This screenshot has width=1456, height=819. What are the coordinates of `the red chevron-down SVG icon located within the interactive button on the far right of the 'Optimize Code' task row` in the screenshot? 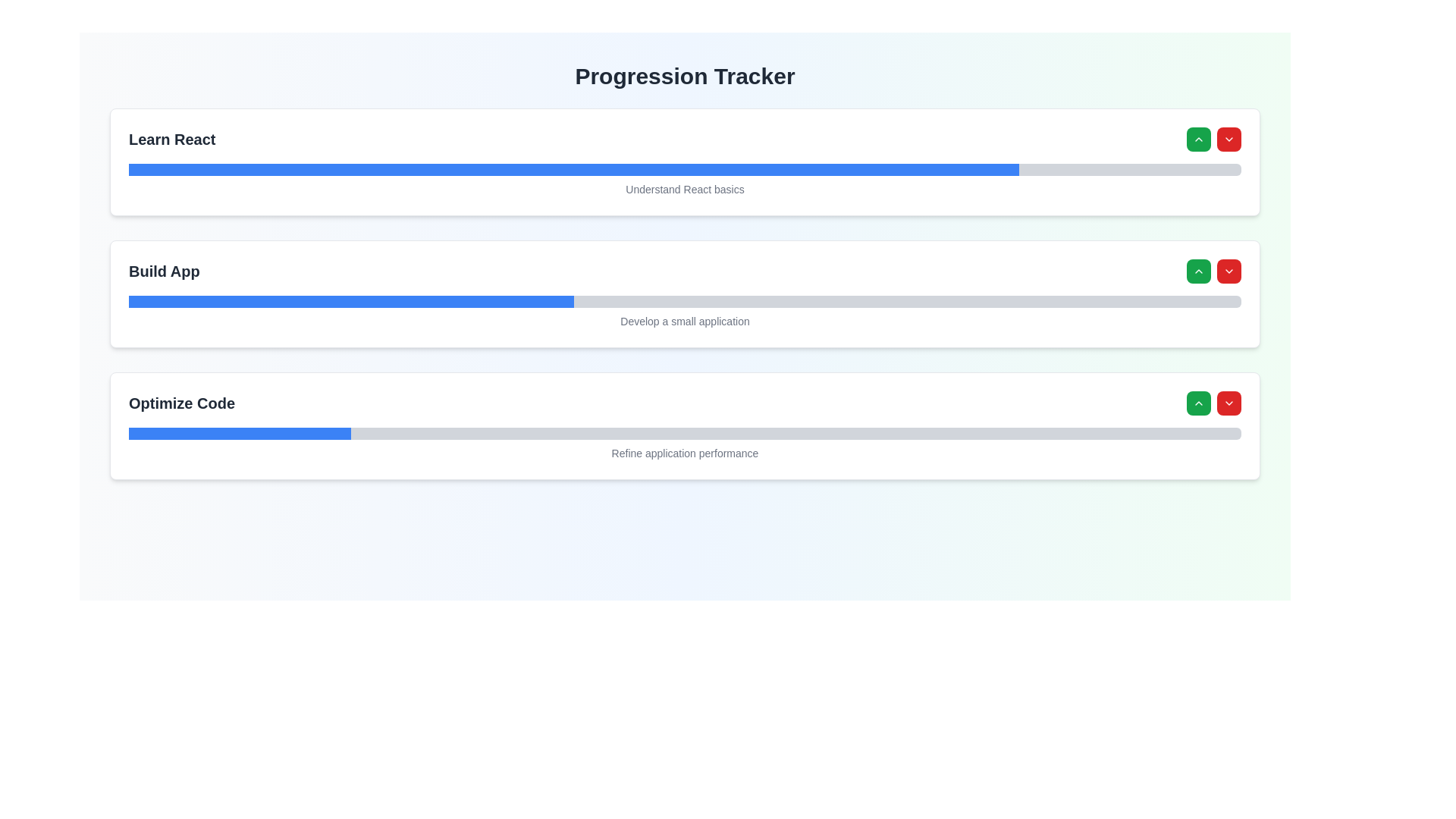 It's located at (1229, 403).